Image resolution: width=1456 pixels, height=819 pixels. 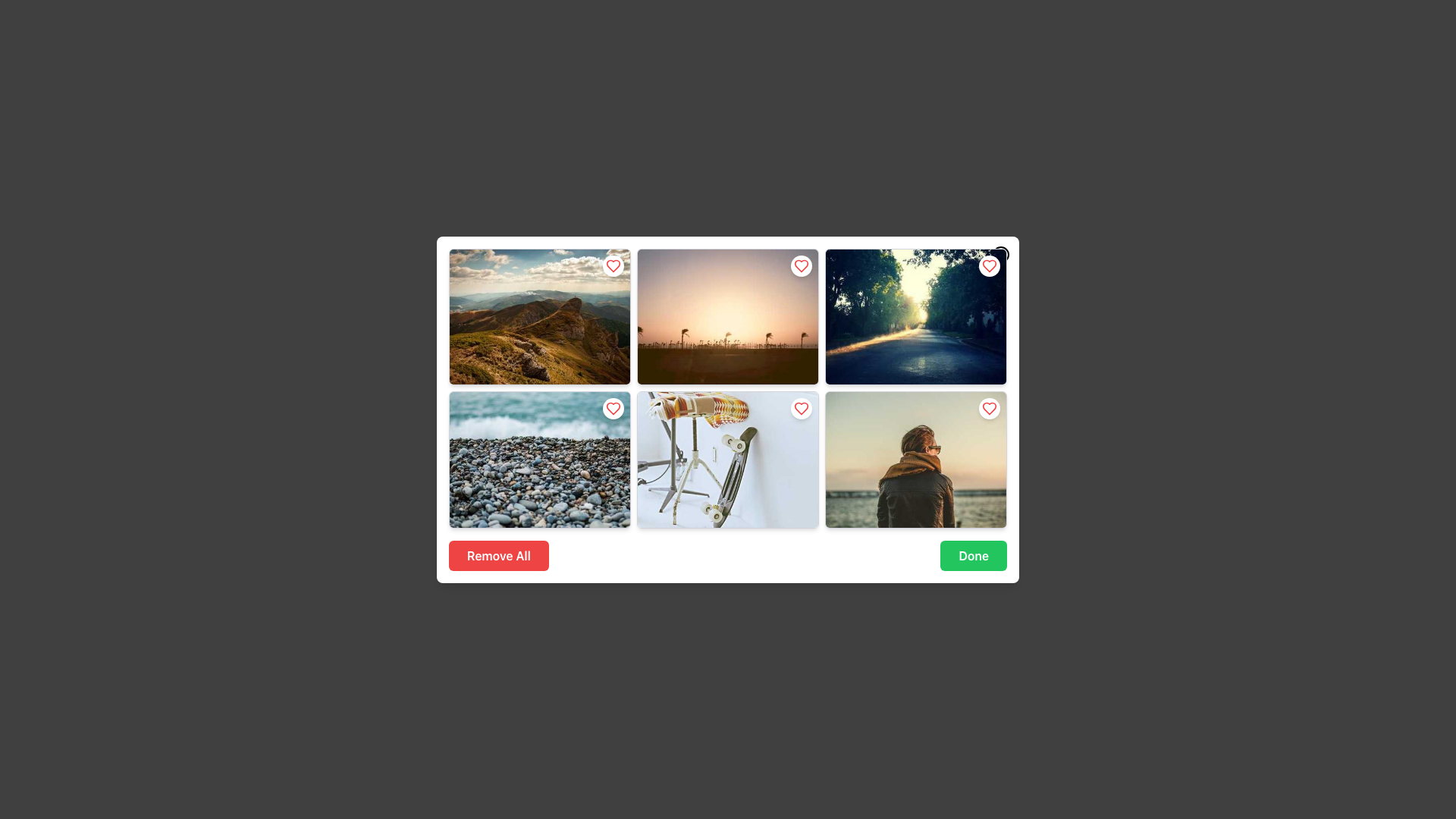 I want to click on the Close Button Icon located in the top-right corner of the rectangular frame that overlays an image, so click(x=1001, y=253).